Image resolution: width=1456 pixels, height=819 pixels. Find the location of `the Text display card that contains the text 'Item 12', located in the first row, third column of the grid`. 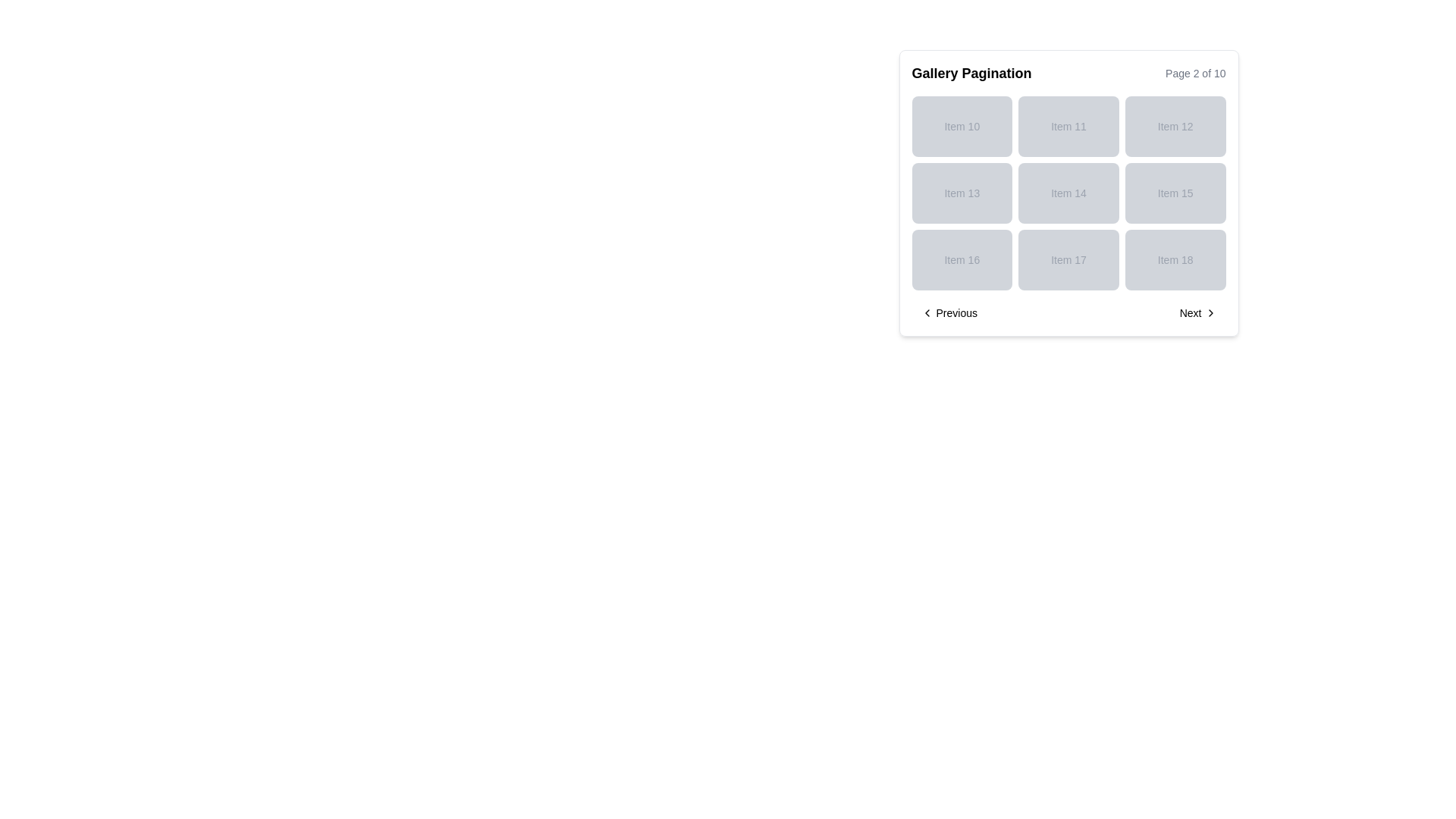

the Text display card that contains the text 'Item 12', located in the first row, third column of the grid is located at coordinates (1175, 125).